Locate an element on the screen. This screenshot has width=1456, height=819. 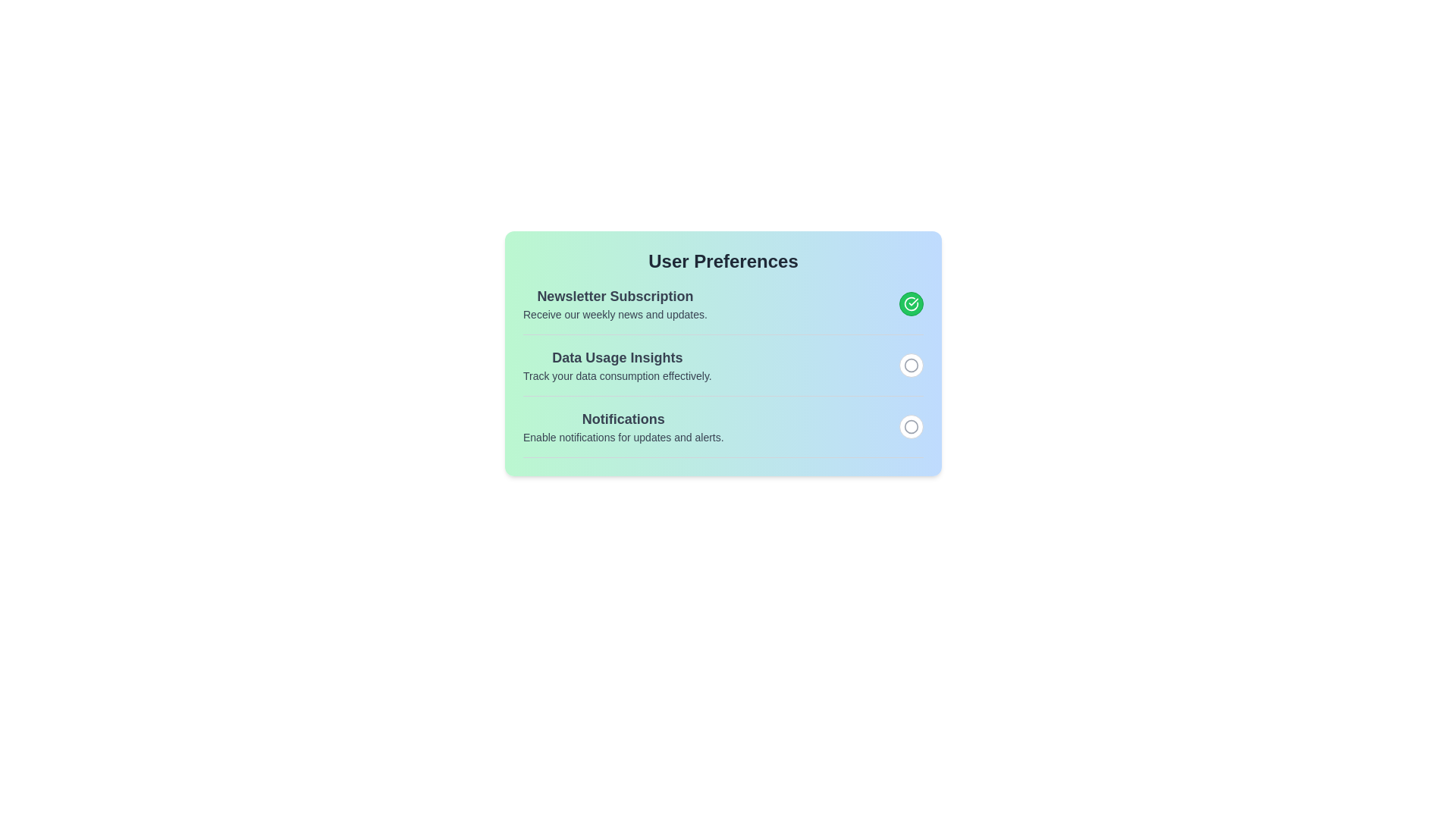
the 'Newsletter Subscription' label that contains the text in bold and larger font, positioned at the upper portion of the settings layout is located at coordinates (615, 304).